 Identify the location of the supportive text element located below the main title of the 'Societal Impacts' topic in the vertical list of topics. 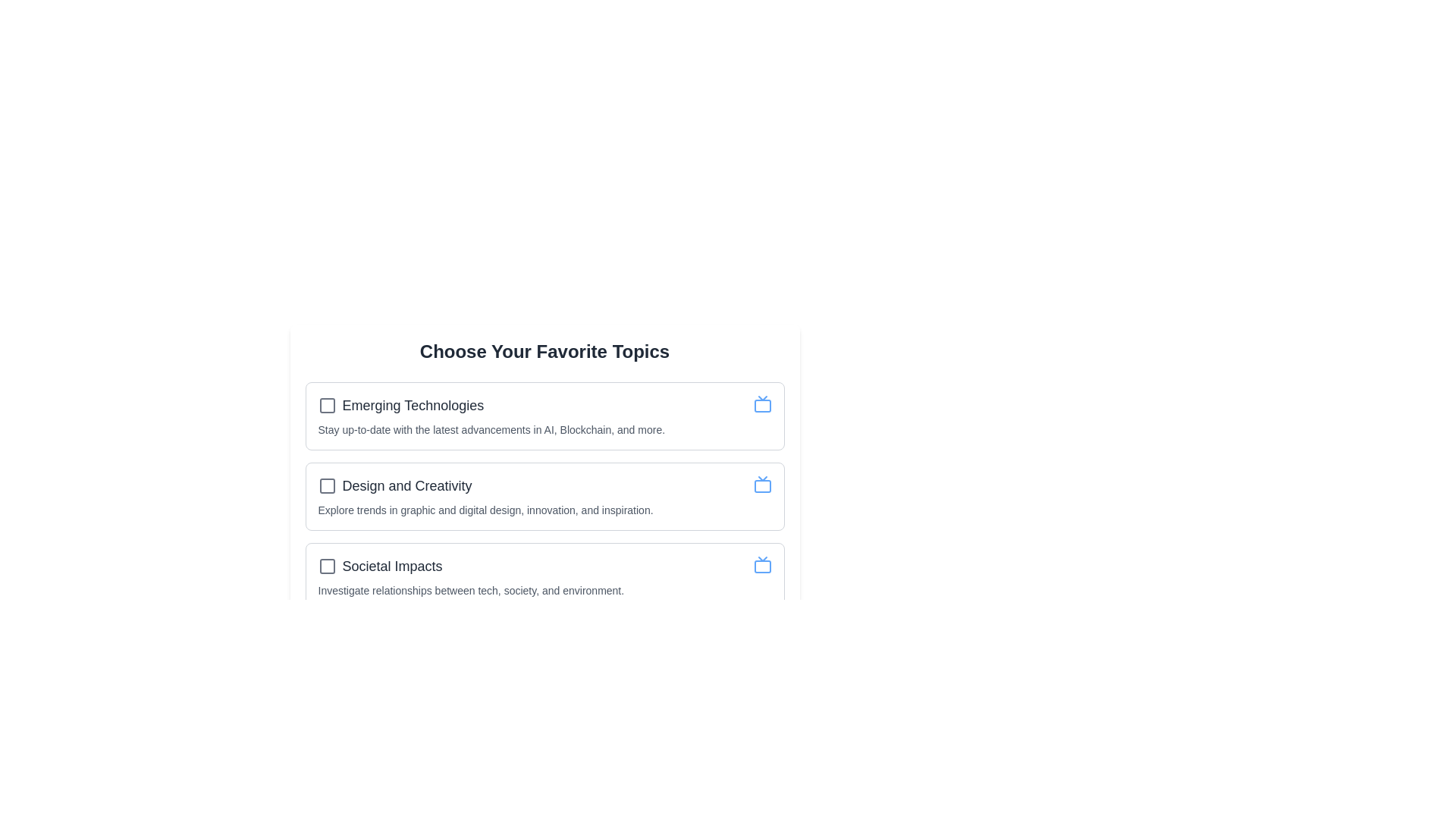
(470, 590).